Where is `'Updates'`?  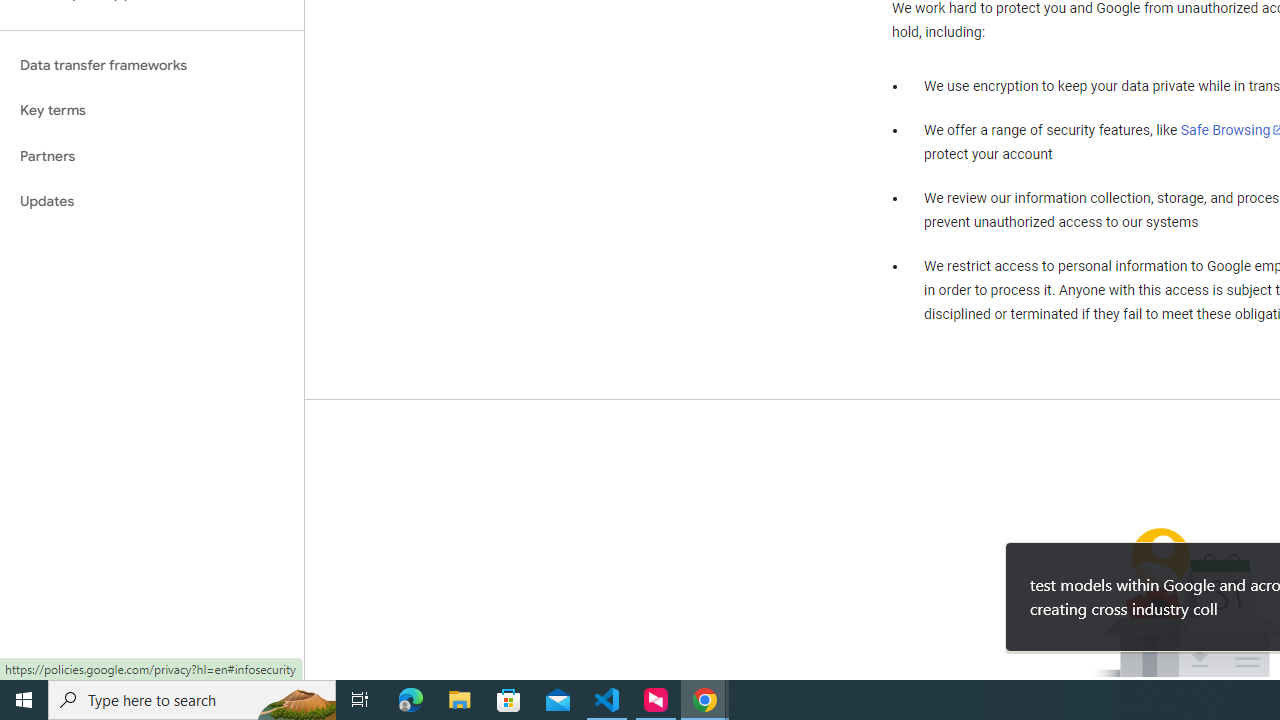 'Updates' is located at coordinates (151, 201).